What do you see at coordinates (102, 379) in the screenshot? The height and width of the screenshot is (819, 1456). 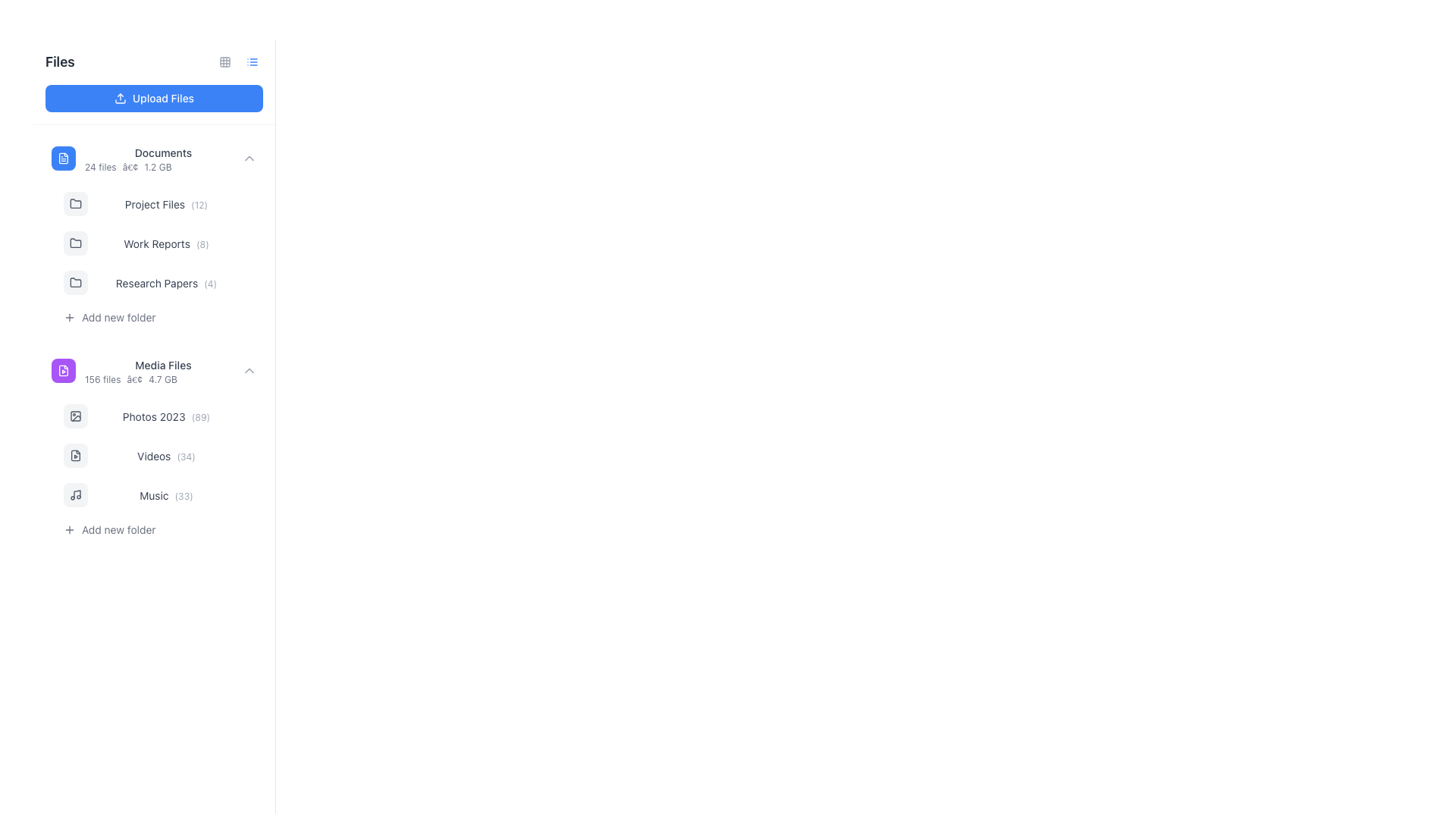 I see `the Text label displaying '156 files', which is located to the left of the separator and below the 'Media Files' folder entry` at bounding box center [102, 379].